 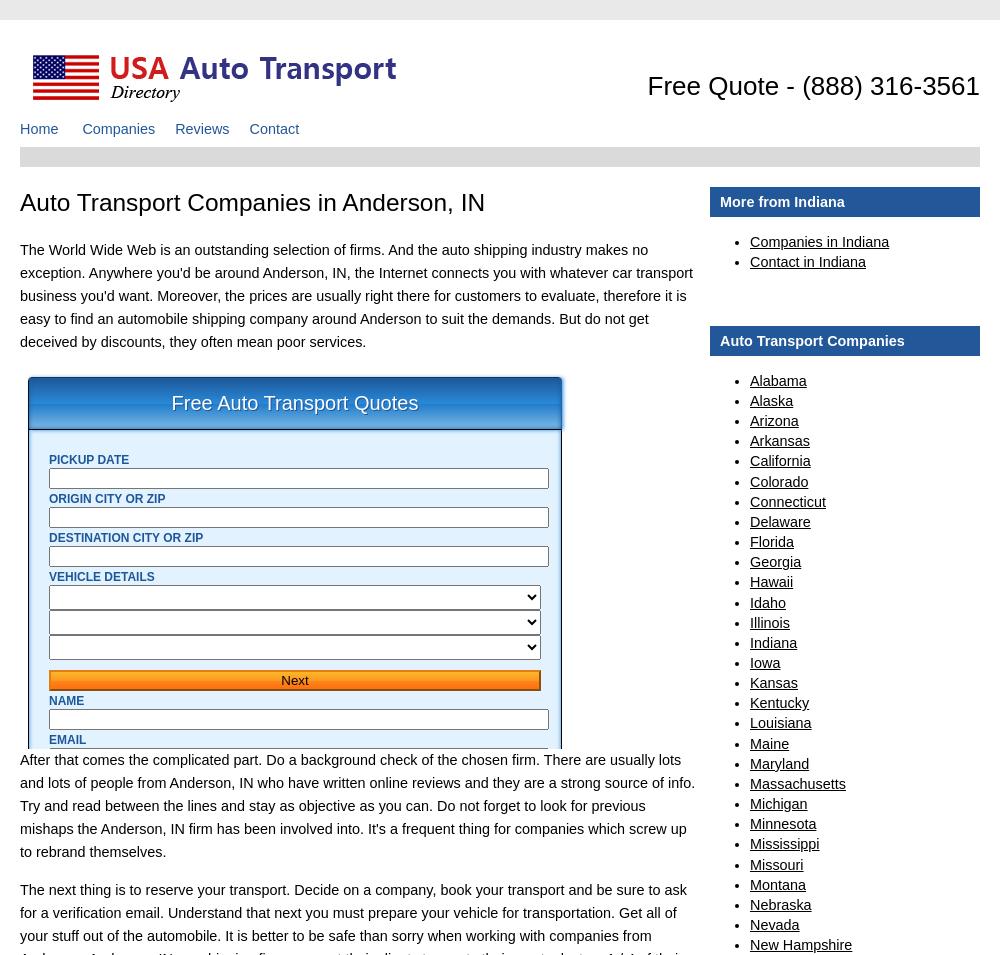 What do you see at coordinates (355, 294) in the screenshot?
I see `'The World Wide Web is an outstanding selection of firms. And the auto shipping industry makes no exception. Anywhere you'd be around Anderson, IN, the Internet connects you with whatever car transport business you'd want. Moreover, the prices are usually right there for customers to evaluate, therefore it is easy to find an automobile shipping company around Anderson to suit the demands. But do not get deceived by discounts, they often mean poor services.'` at bounding box center [355, 294].